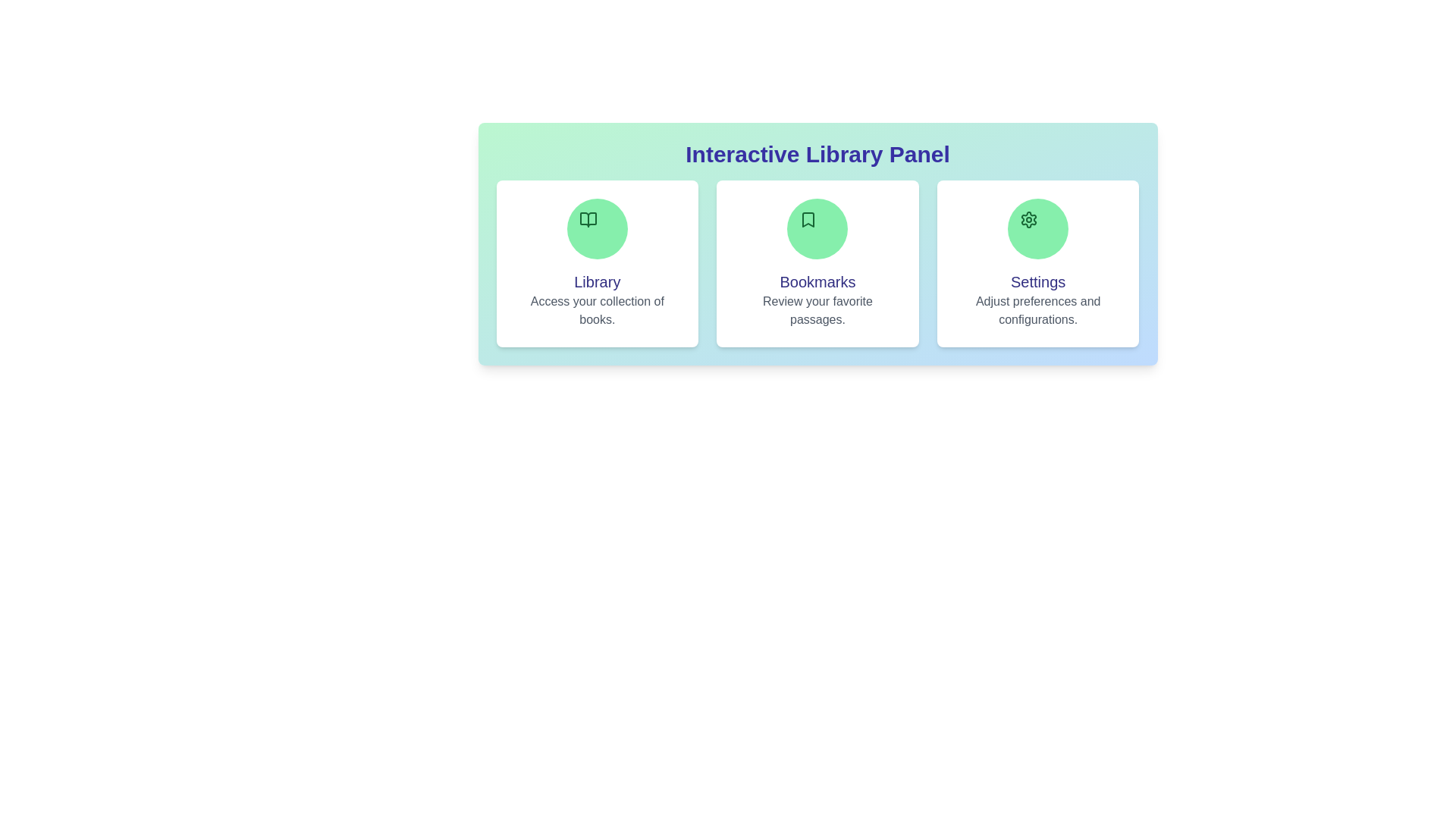 The width and height of the screenshot is (1456, 819). I want to click on the card representing the Library section, so click(596, 262).